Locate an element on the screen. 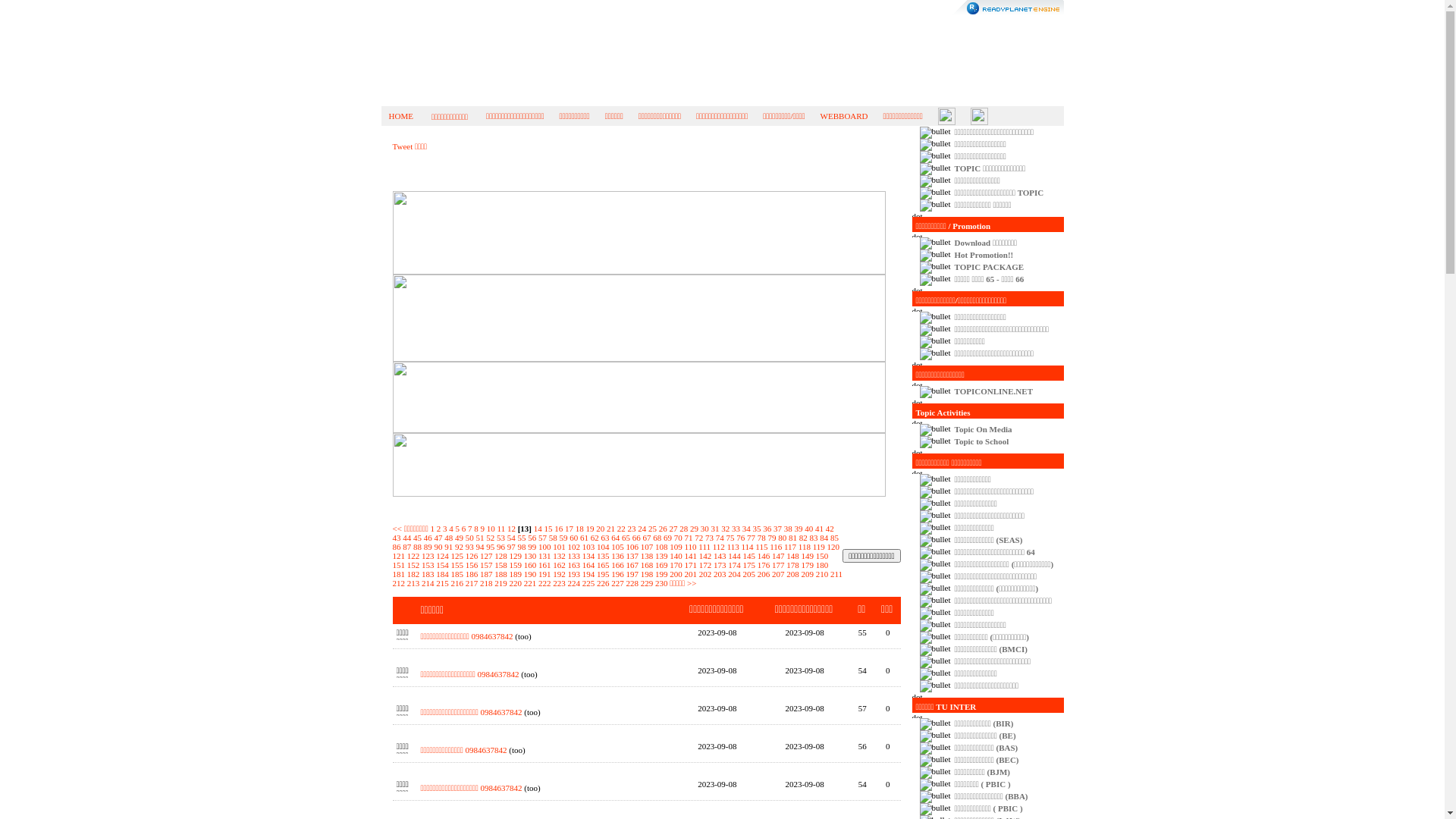 The image size is (1456, 819). '6' is located at coordinates (463, 528).